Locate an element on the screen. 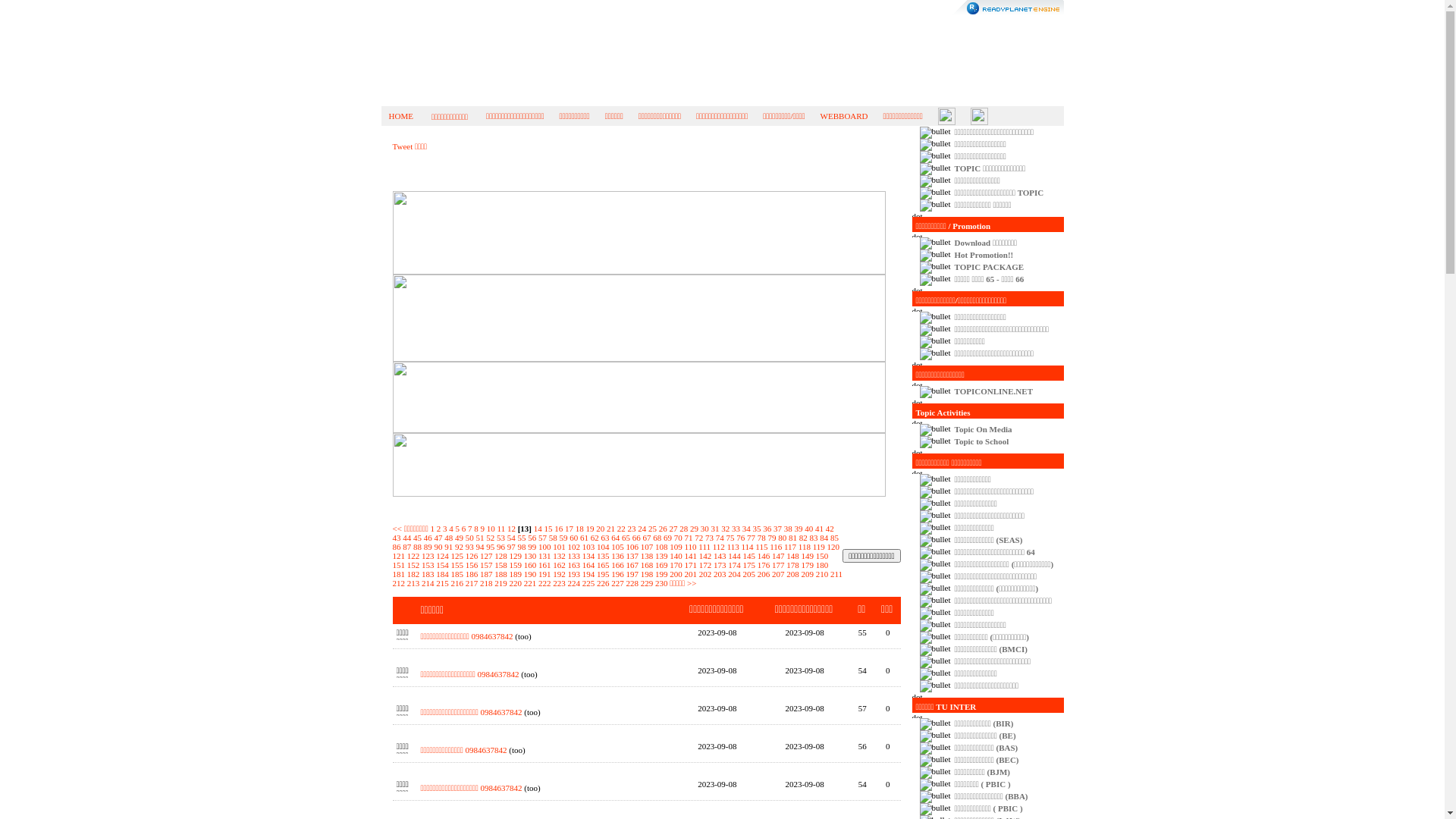 The image size is (1456, 819). '6' is located at coordinates (463, 528).